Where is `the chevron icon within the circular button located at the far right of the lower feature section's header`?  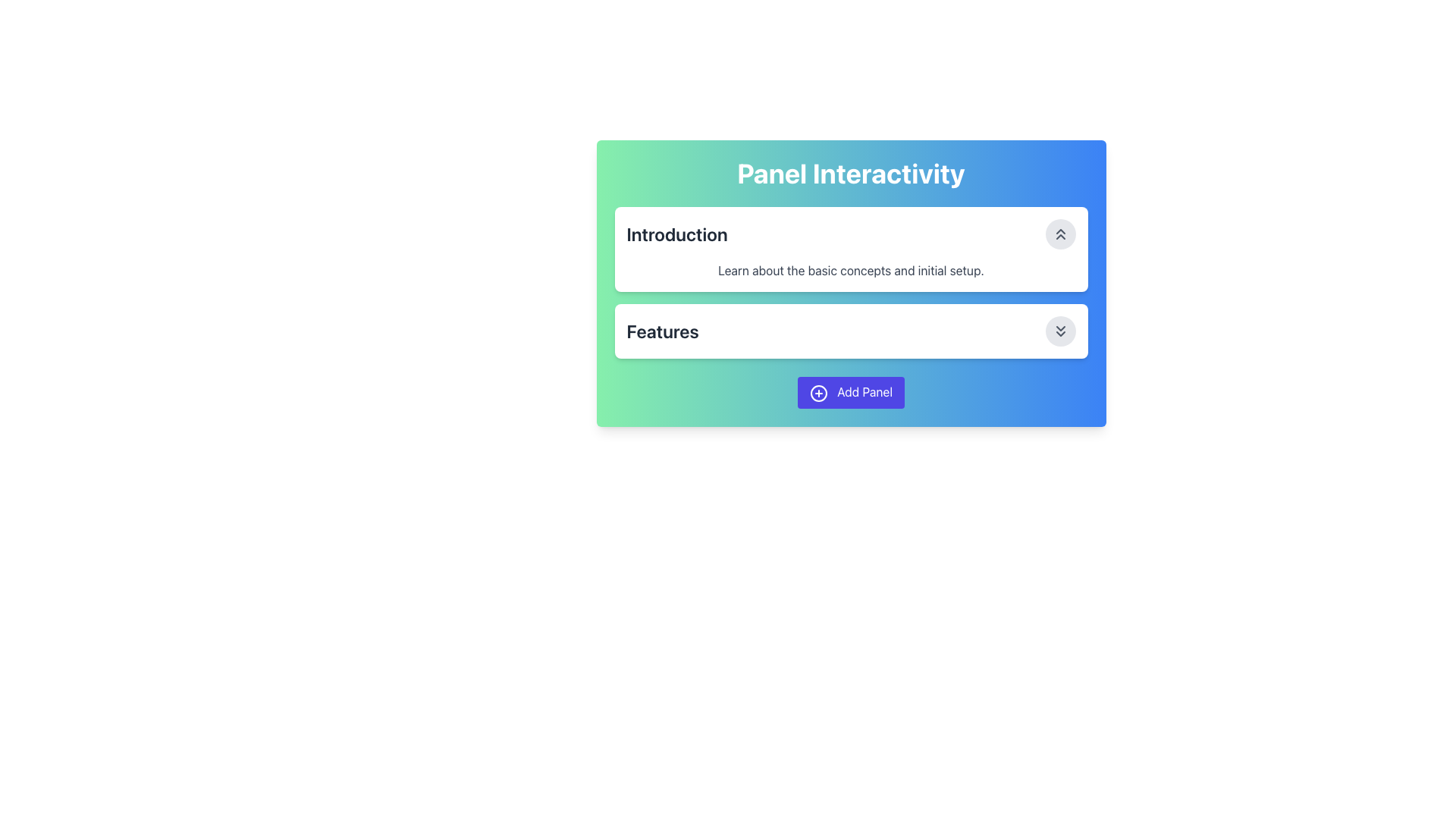
the chevron icon within the circular button located at the far right of the lower feature section's header is located at coordinates (1059, 330).